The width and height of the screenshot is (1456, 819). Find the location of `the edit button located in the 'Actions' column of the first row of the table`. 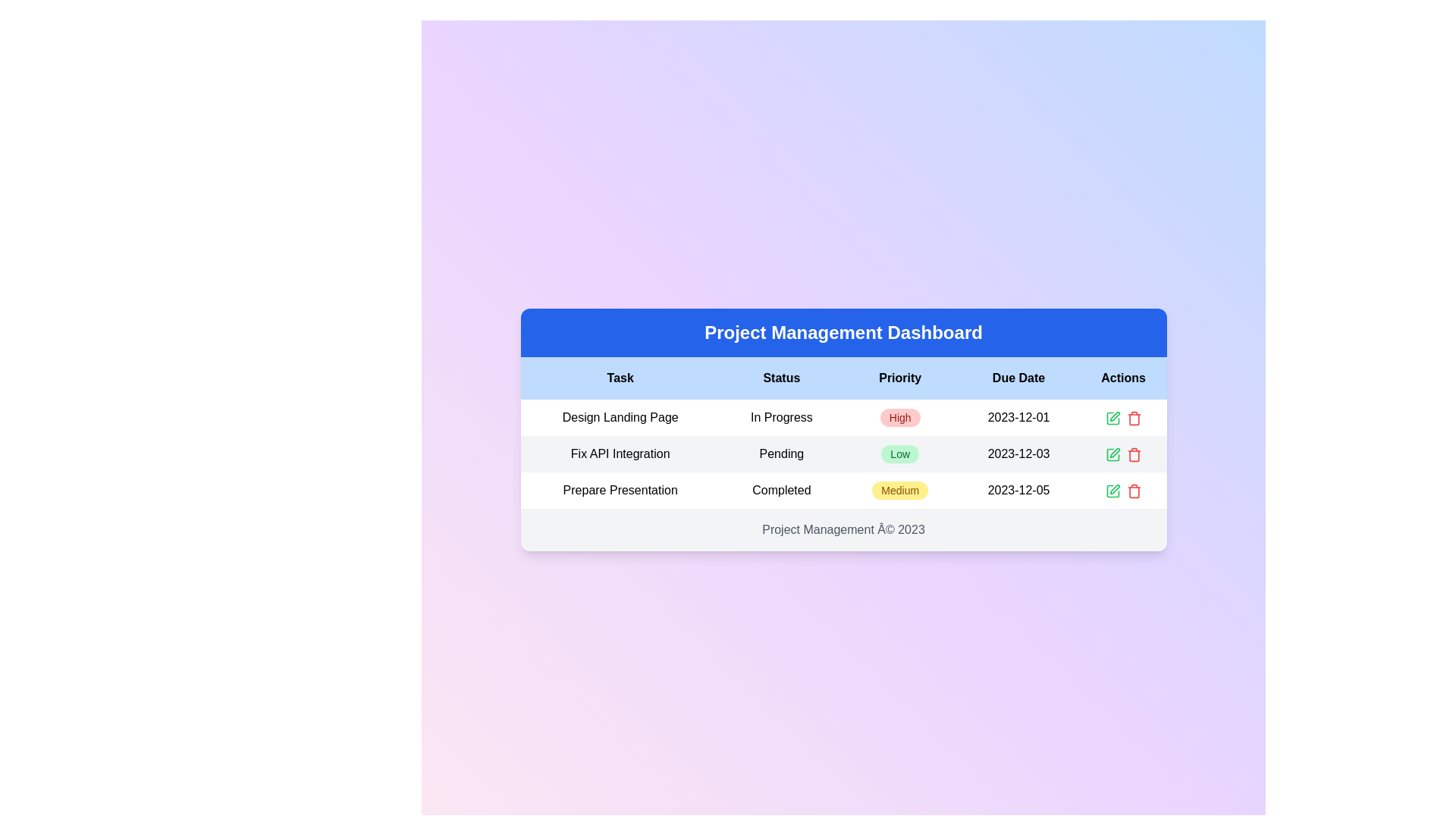

the edit button located in the 'Actions' column of the first row of the table is located at coordinates (1112, 418).